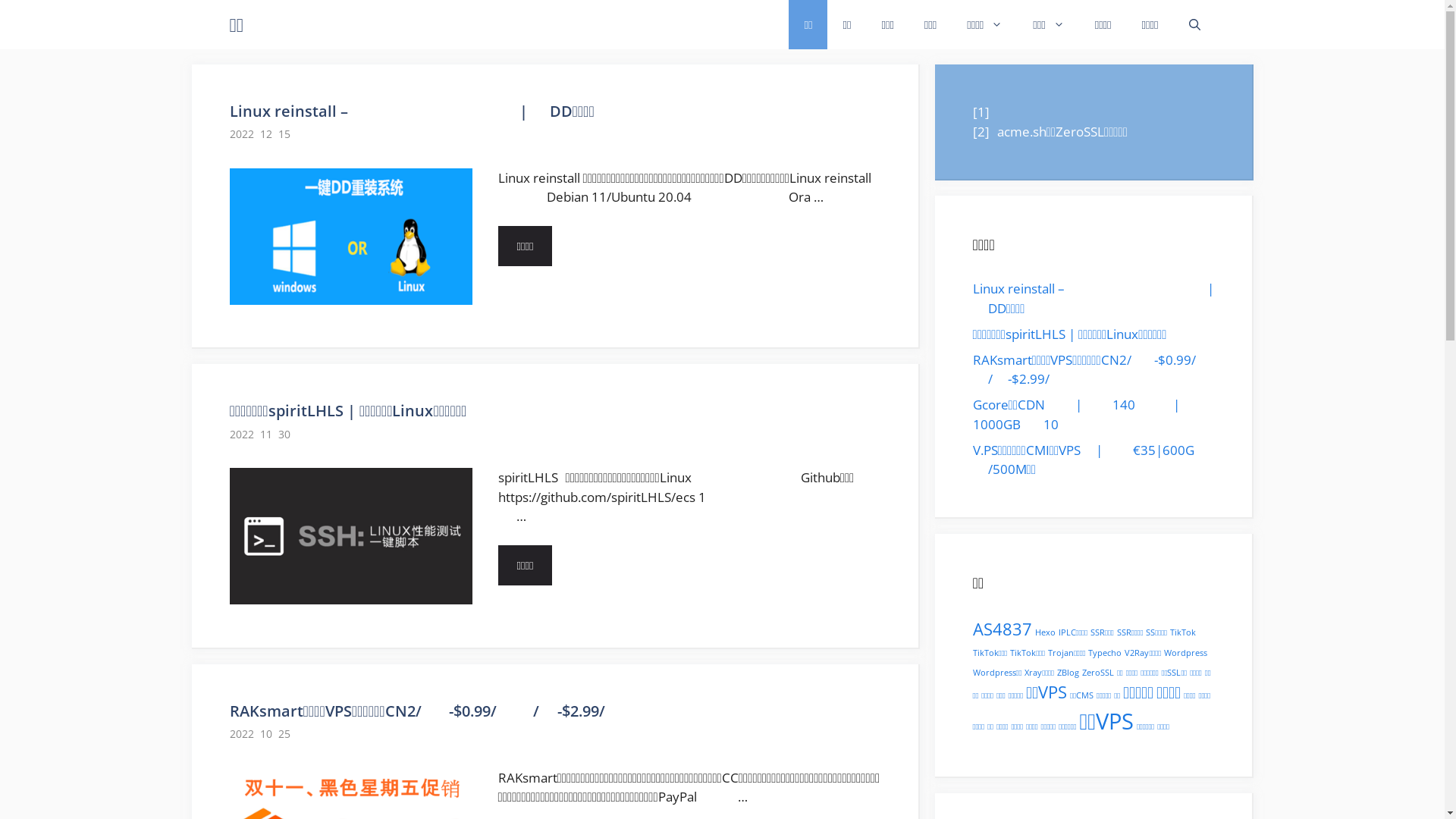 The height and width of the screenshot is (819, 1456). Describe the element at coordinates (1098, 672) in the screenshot. I see `'ZeroSSL'` at that location.